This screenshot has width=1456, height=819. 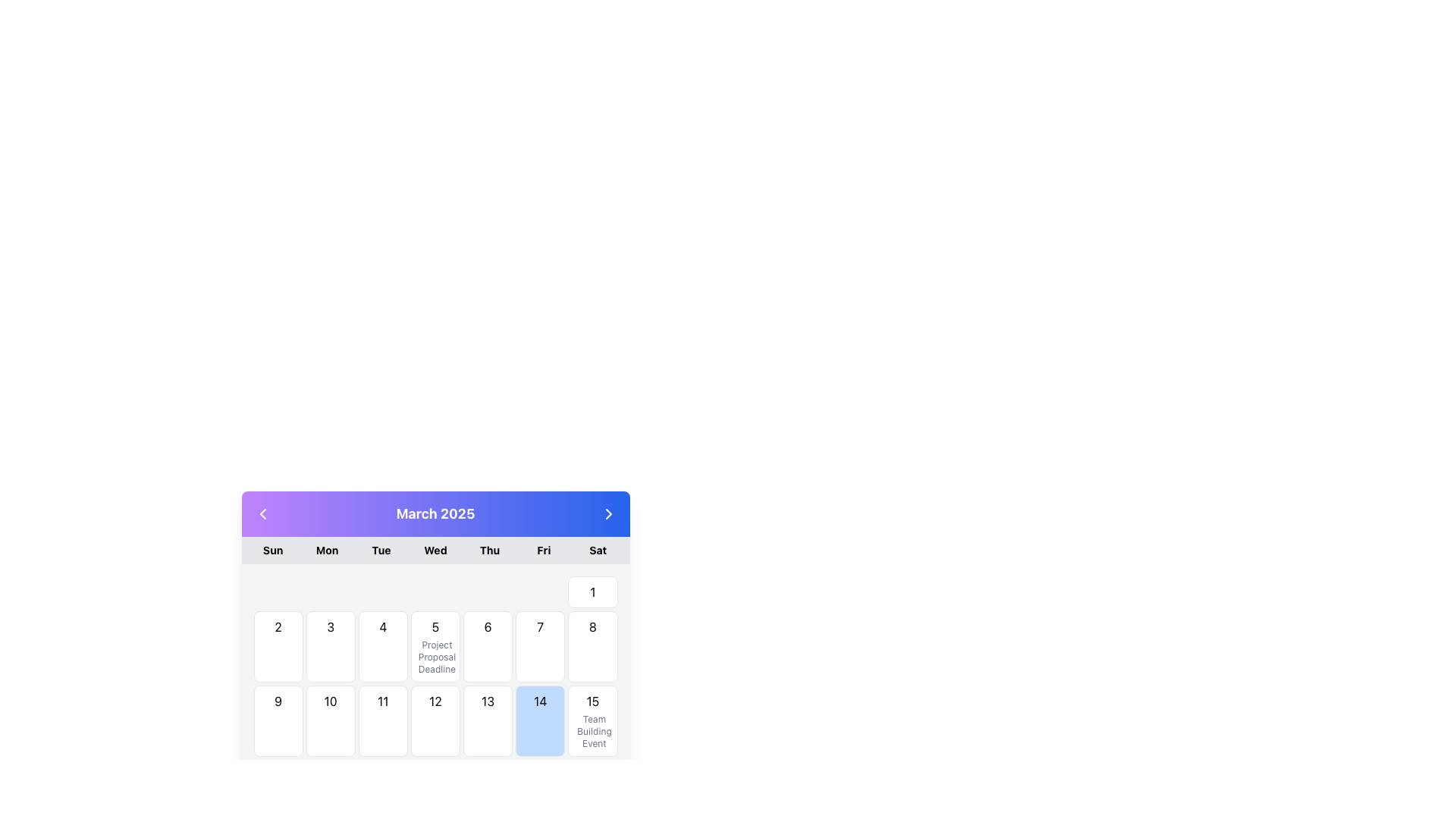 What do you see at coordinates (608, 513) in the screenshot?
I see `the right-facing chevron button, which is styled with a thin, white stroke on a blue background, located to the right of 'March 2025'` at bounding box center [608, 513].